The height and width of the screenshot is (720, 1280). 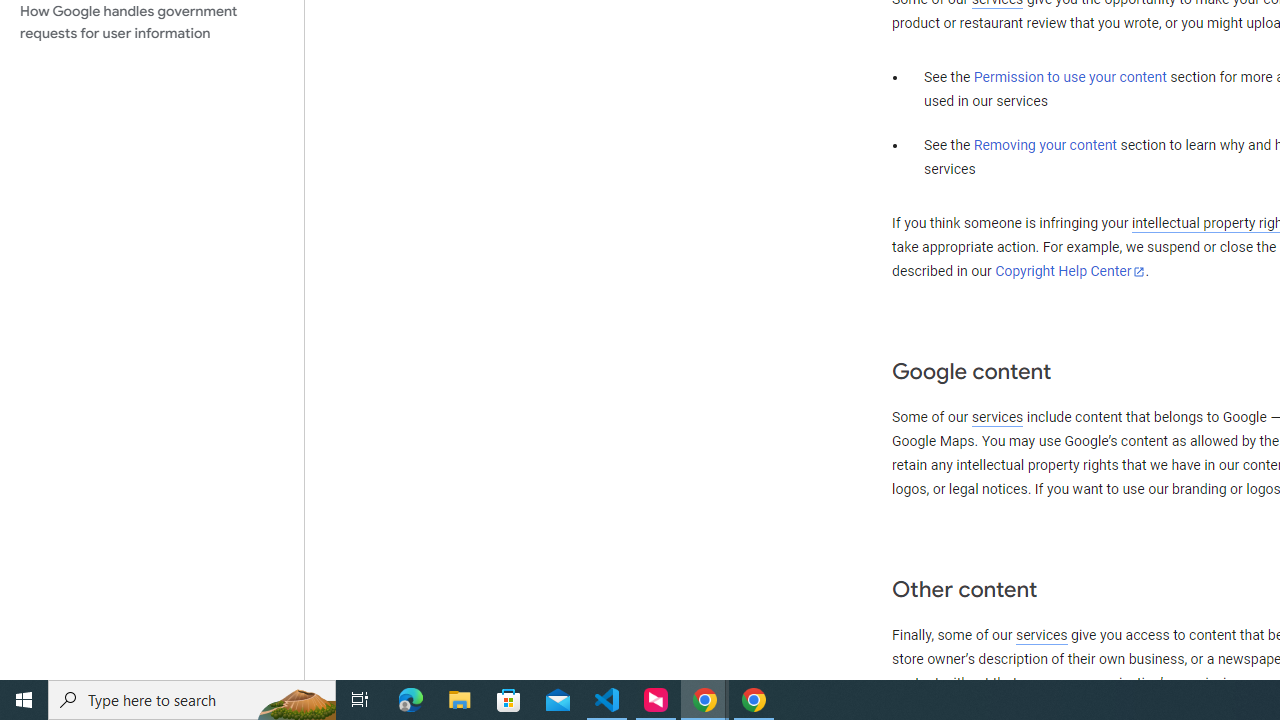 What do you see at coordinates (1069, 77) in the screenshot?
I see `'Permission to use your content'` at bounding box center [1069, 77].